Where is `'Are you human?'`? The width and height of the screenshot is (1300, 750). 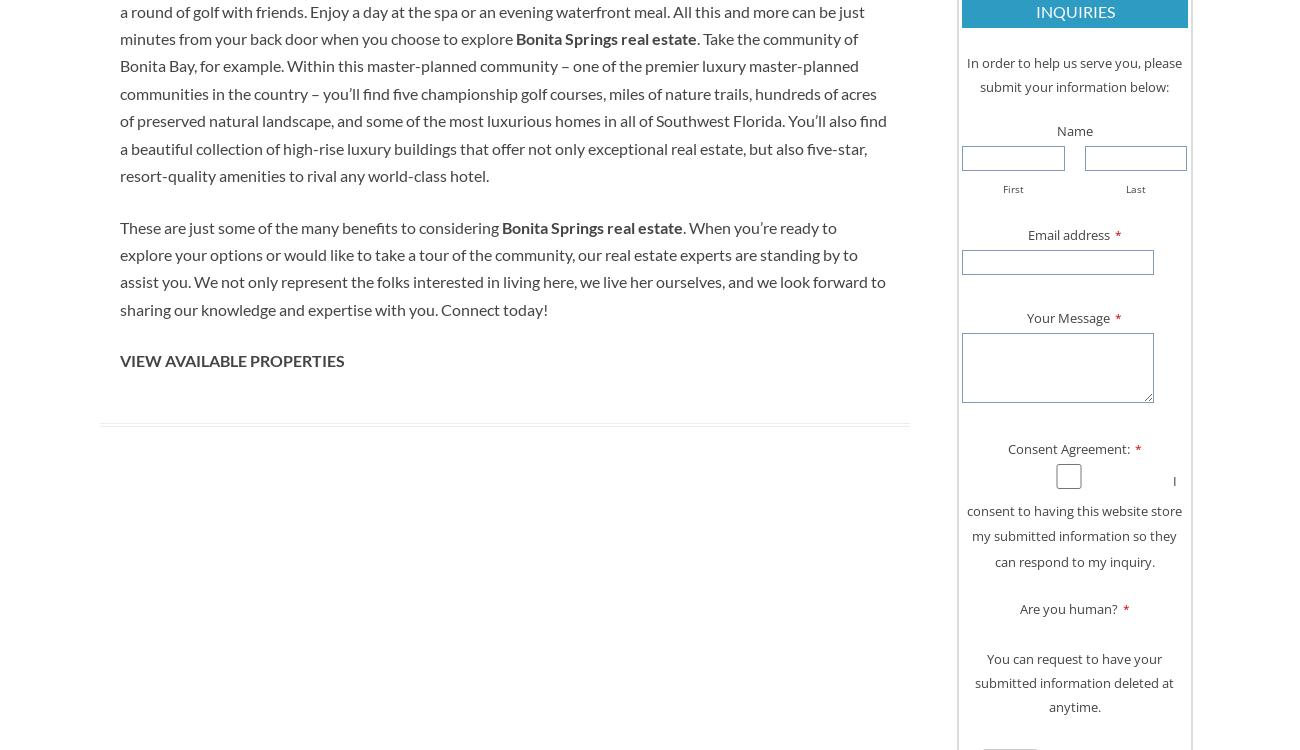 'Are you human?' is located at coordinates (1067, 607).